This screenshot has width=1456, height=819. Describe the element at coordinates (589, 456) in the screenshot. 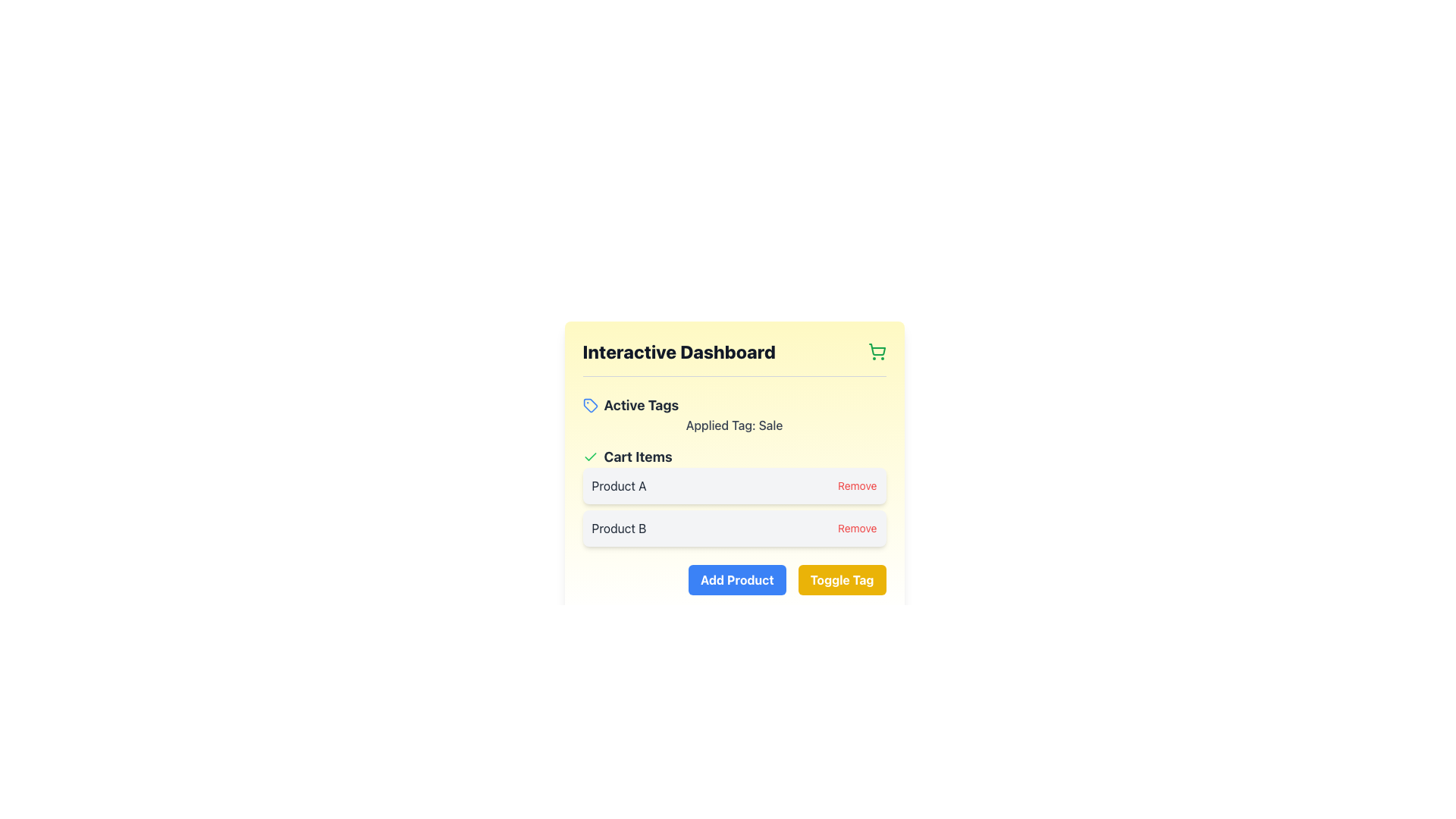

I see `the green checkmark icon located to the left of the 'Cart Items' text in the header section of the 'Cart Items' group` at that location.